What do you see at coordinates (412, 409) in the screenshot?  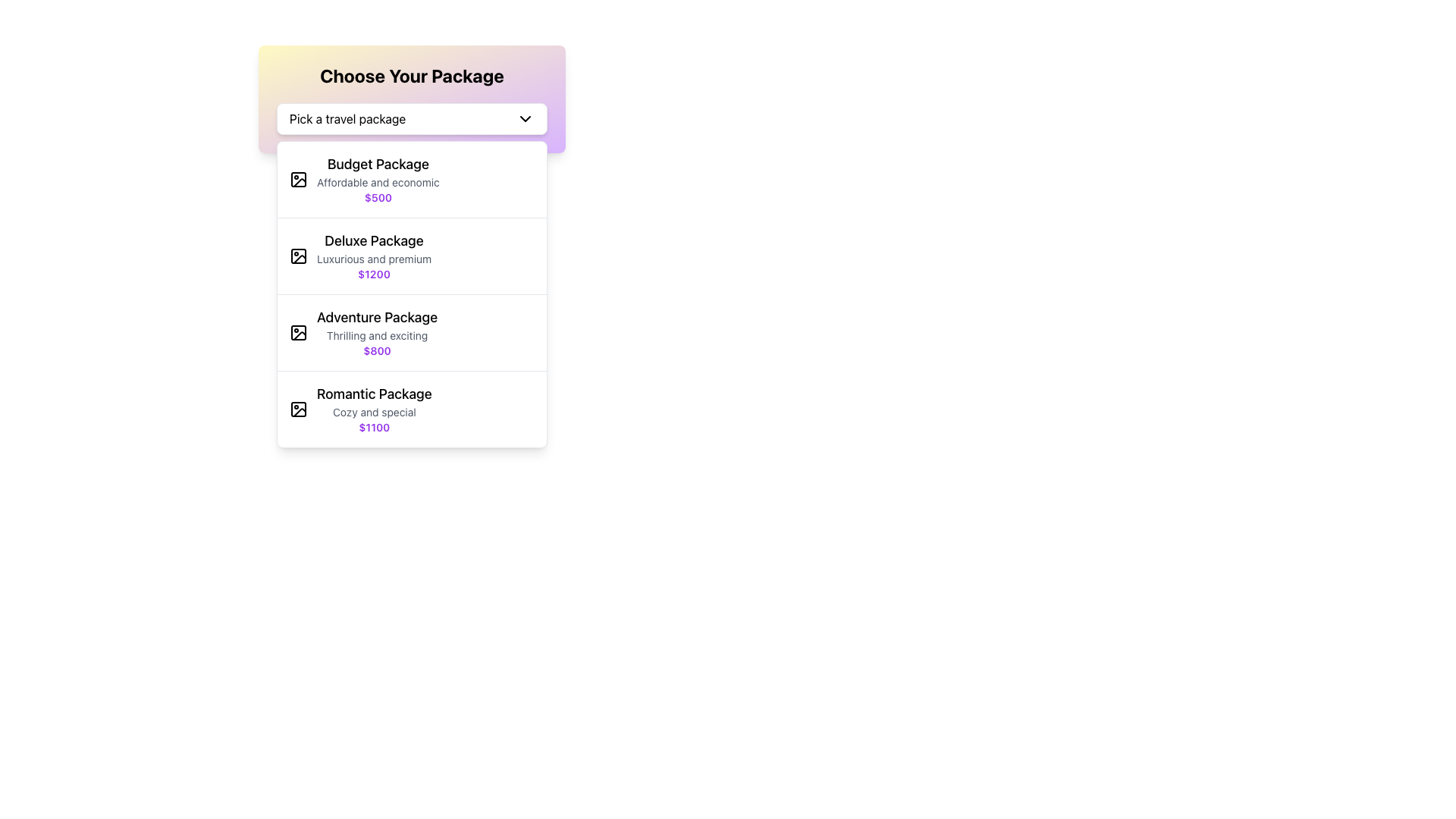 I see `the fourth item in the dropdown menu labeled 'Romantic Package' with the subtitle 'Cozy and special' and the price '$1100'` at bounding box center [412, 409].